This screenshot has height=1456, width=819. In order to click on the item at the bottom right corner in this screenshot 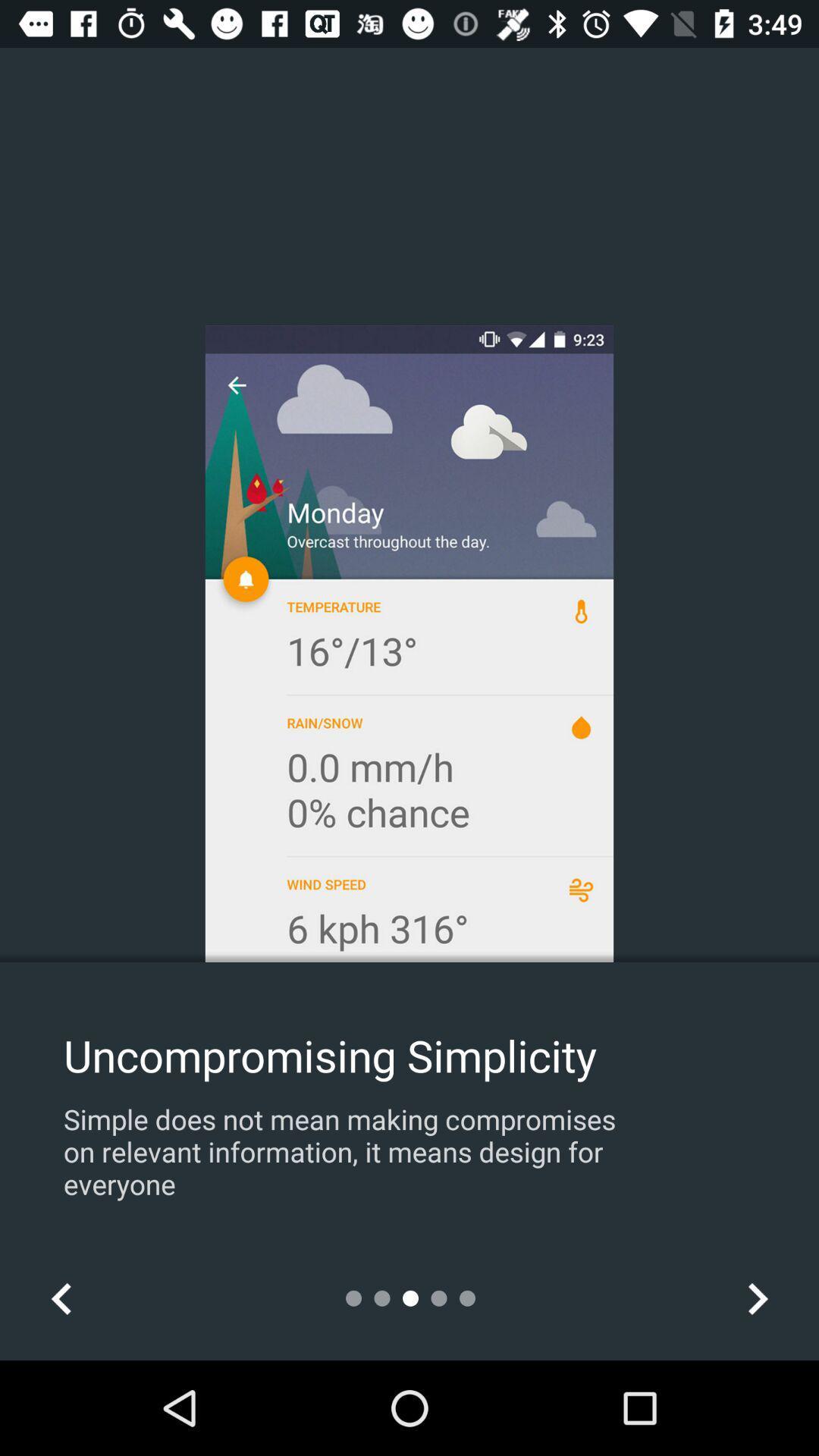, I will do `click(757, 1298)`.